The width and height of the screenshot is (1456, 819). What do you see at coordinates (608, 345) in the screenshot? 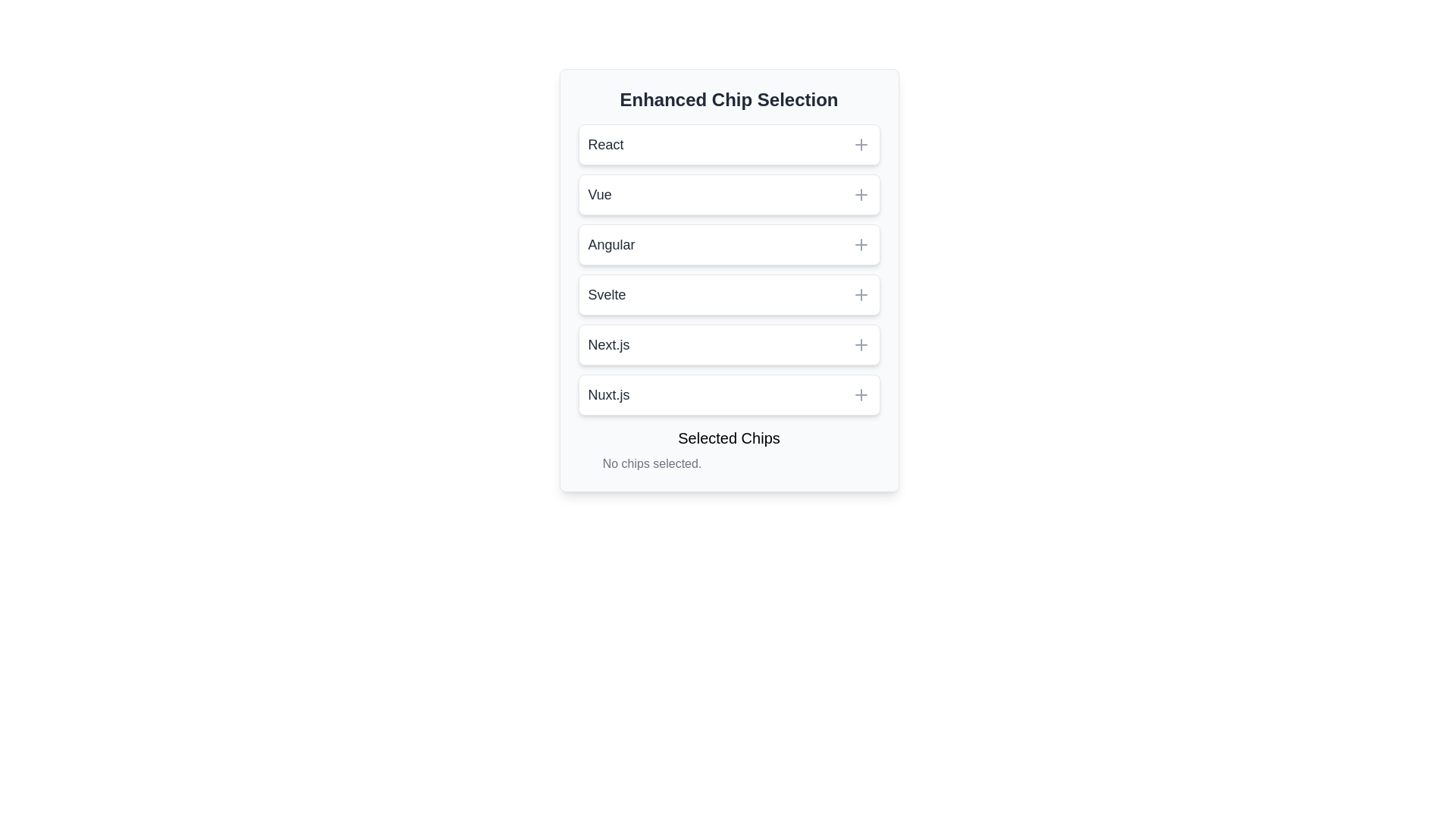
I see `text label displaying 'Next.js' which is a bold, black font styled as a title, located at the center-left of its containing box` at bounding box center [608, 345].